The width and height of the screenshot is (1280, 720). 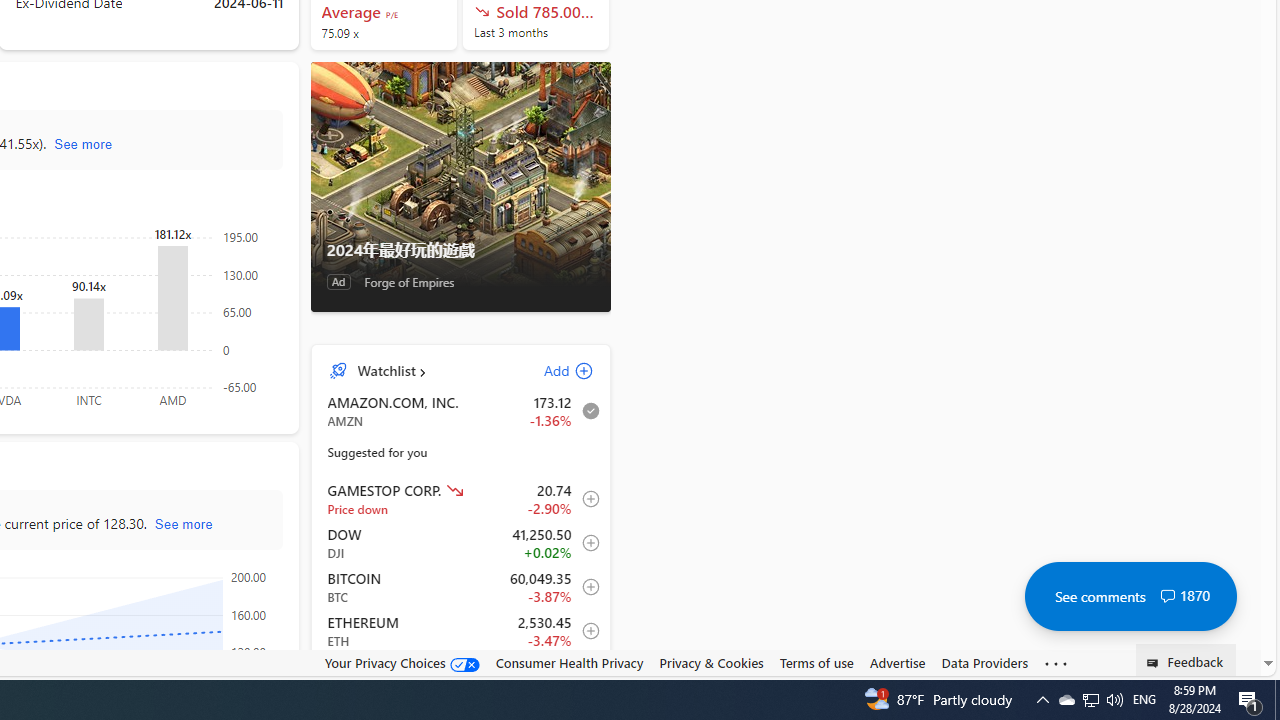 I want to click on 'Your Privacy Choices', so click(x=400, y=663).